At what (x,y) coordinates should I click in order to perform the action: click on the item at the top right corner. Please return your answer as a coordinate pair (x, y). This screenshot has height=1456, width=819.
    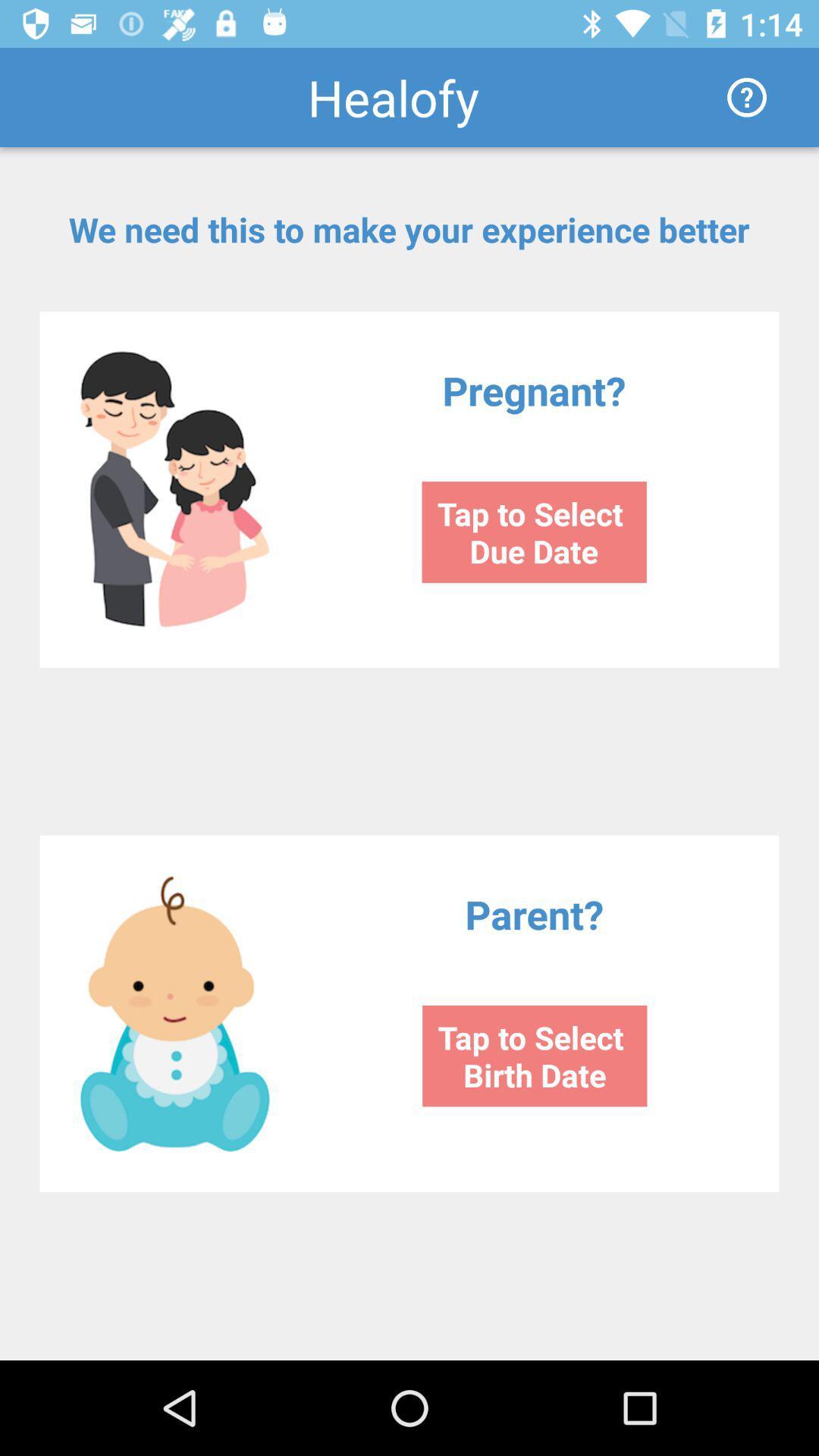
    Looking at the image, I should click on (746, 96).